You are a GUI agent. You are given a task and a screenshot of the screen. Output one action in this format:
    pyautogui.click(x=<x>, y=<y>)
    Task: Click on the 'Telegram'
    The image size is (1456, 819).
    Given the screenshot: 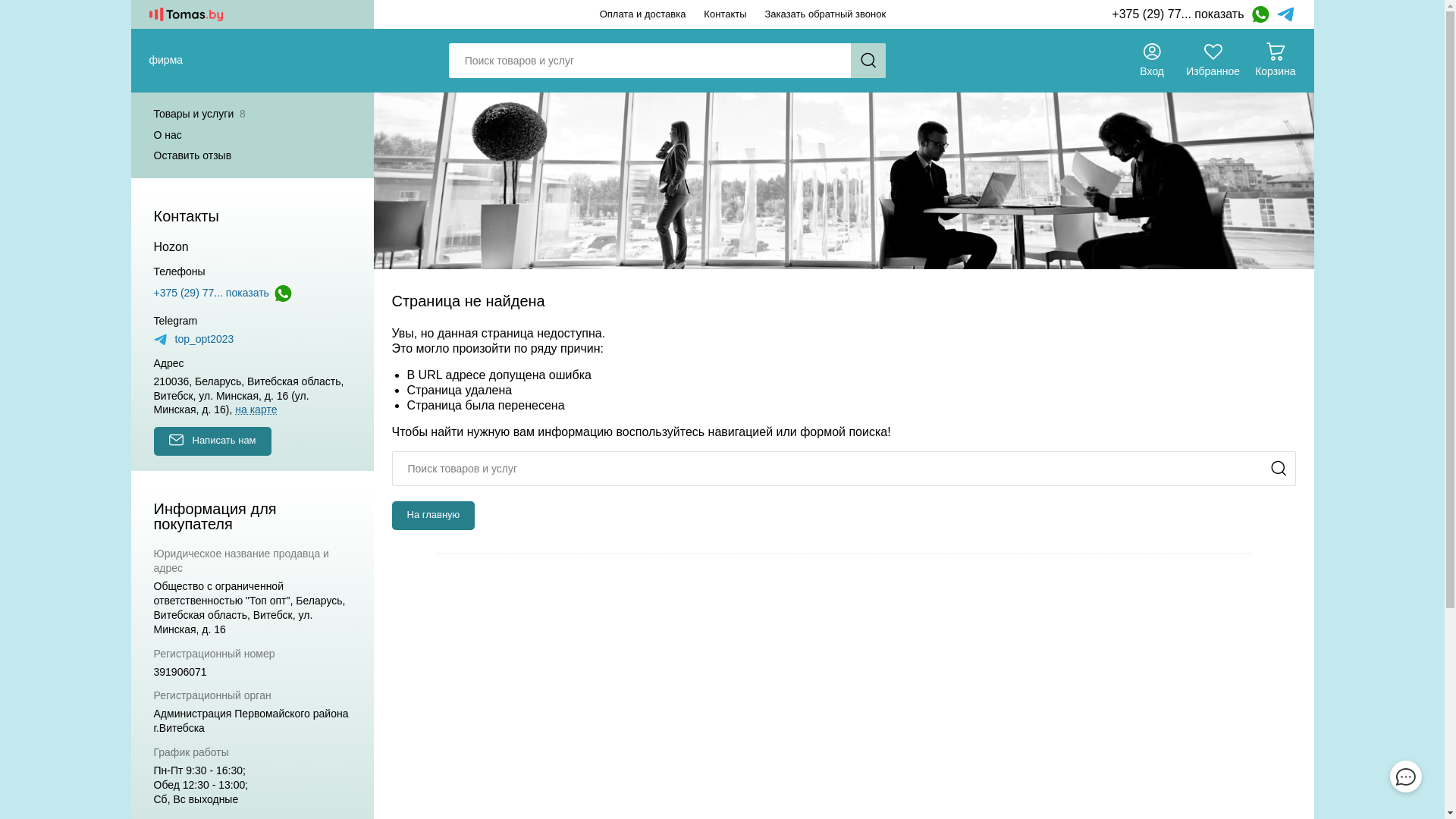 What is the action you would take?
    pyautogui.click(x=1285, y=14)
    